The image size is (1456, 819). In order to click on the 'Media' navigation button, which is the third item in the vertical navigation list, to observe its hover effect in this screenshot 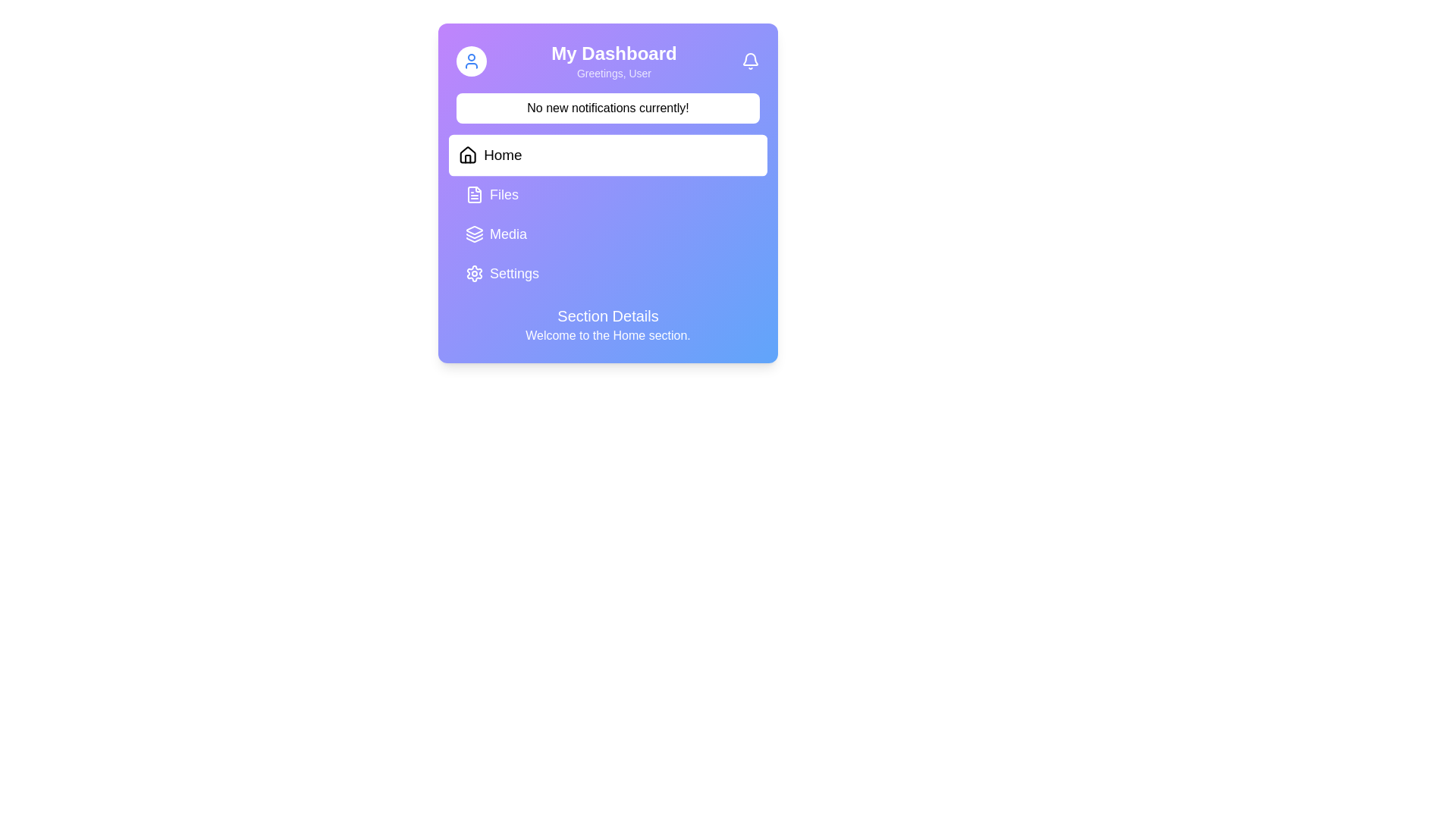, I will do `click(607, 234)`.